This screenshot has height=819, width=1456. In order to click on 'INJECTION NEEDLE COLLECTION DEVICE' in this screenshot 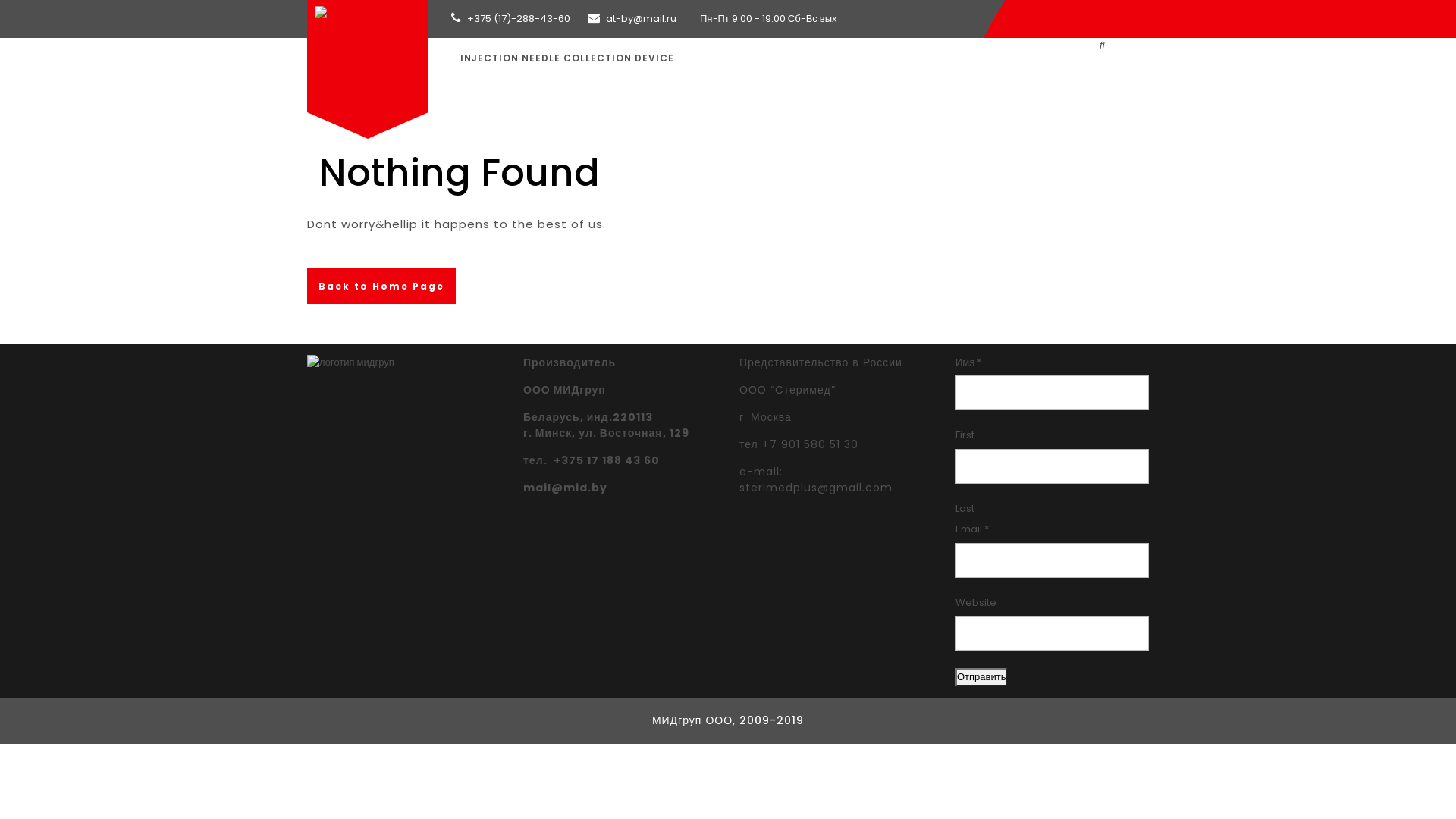, I will do `click(566, 58)`.